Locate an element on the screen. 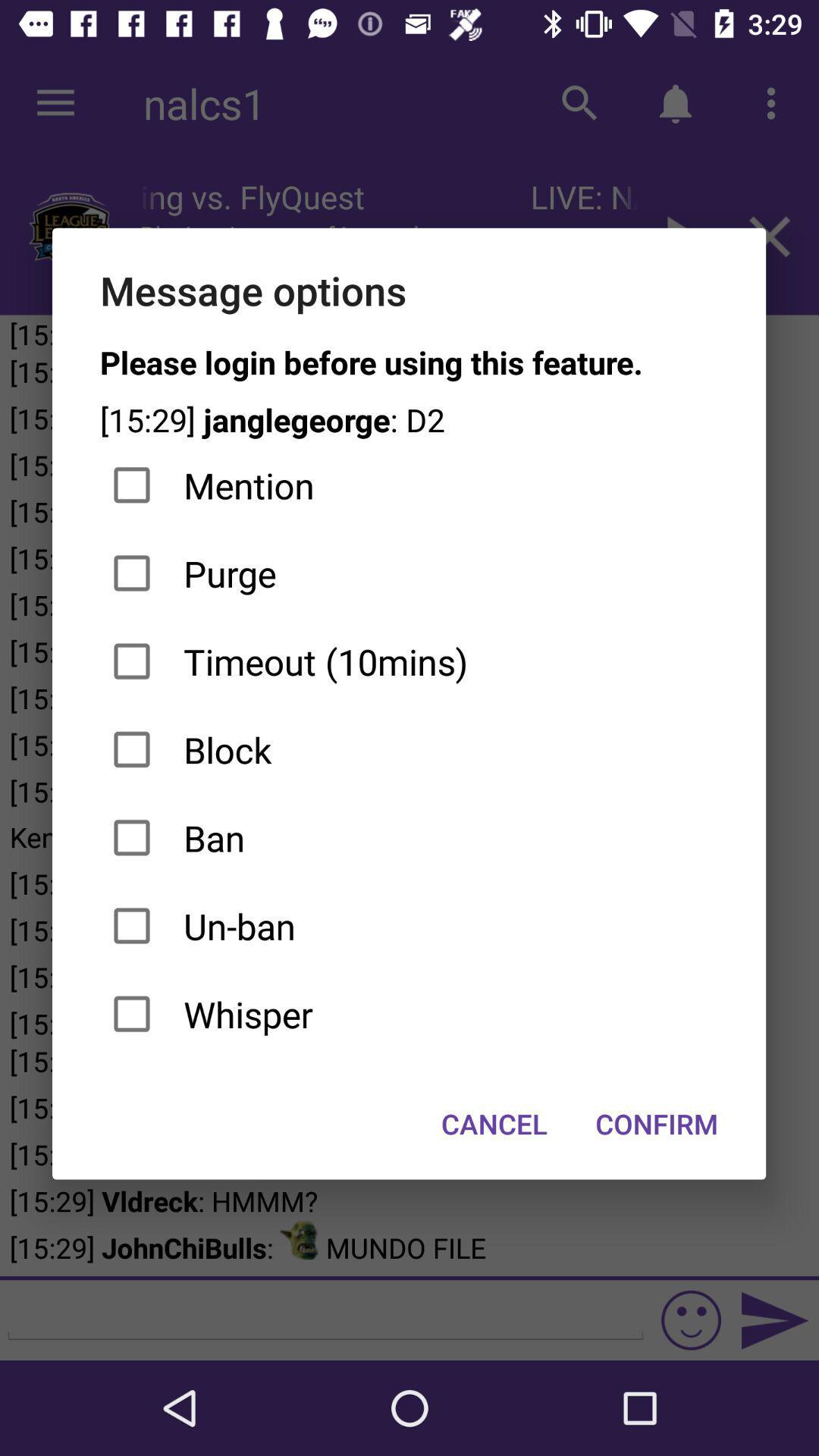 Image resolution: width=819 pixels, height=1456 pixels. item above the purge icon is located at coordinates (408, 485).